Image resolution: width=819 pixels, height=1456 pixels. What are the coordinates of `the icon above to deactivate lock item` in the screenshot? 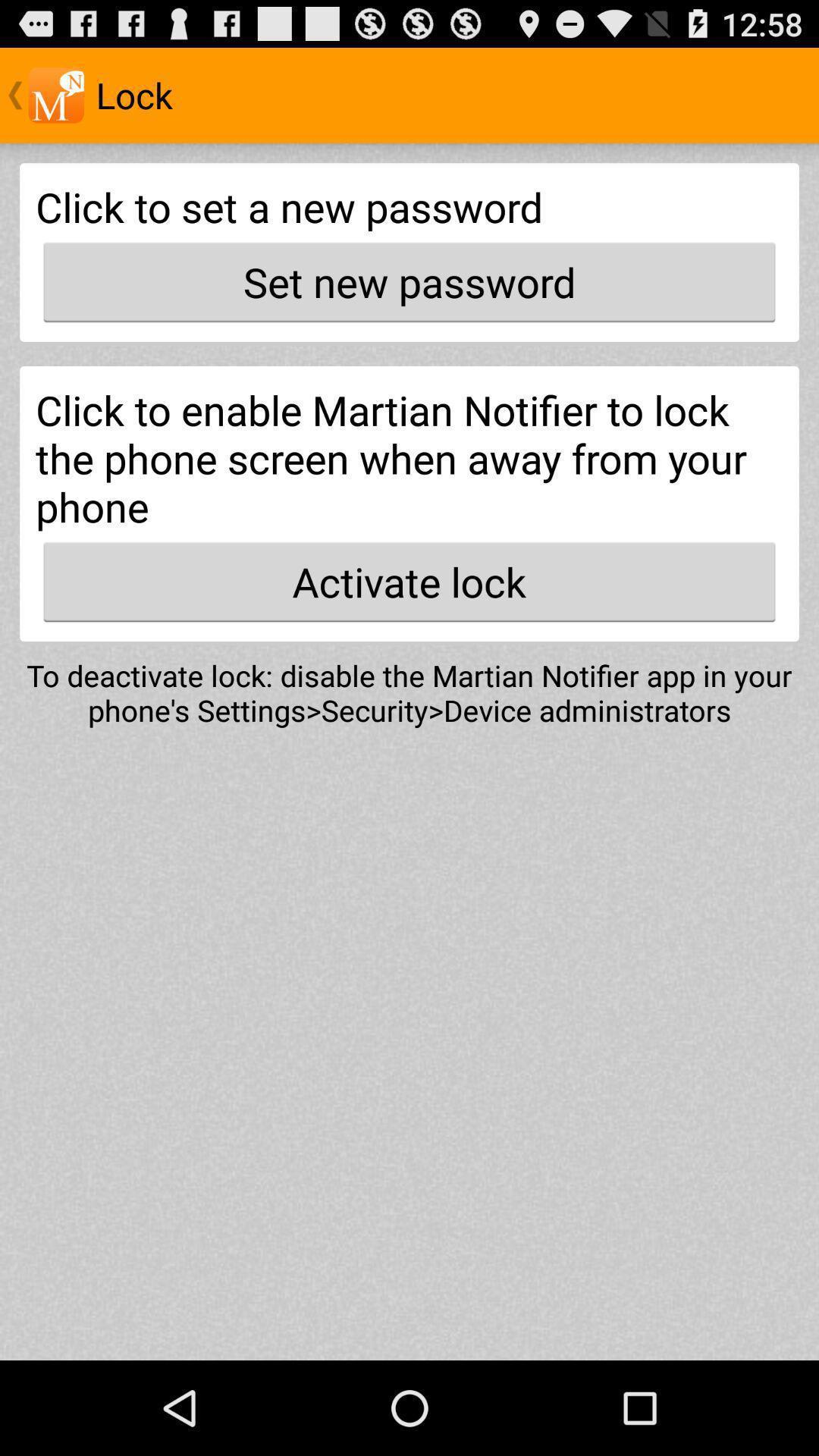 It's located at (409, 581).